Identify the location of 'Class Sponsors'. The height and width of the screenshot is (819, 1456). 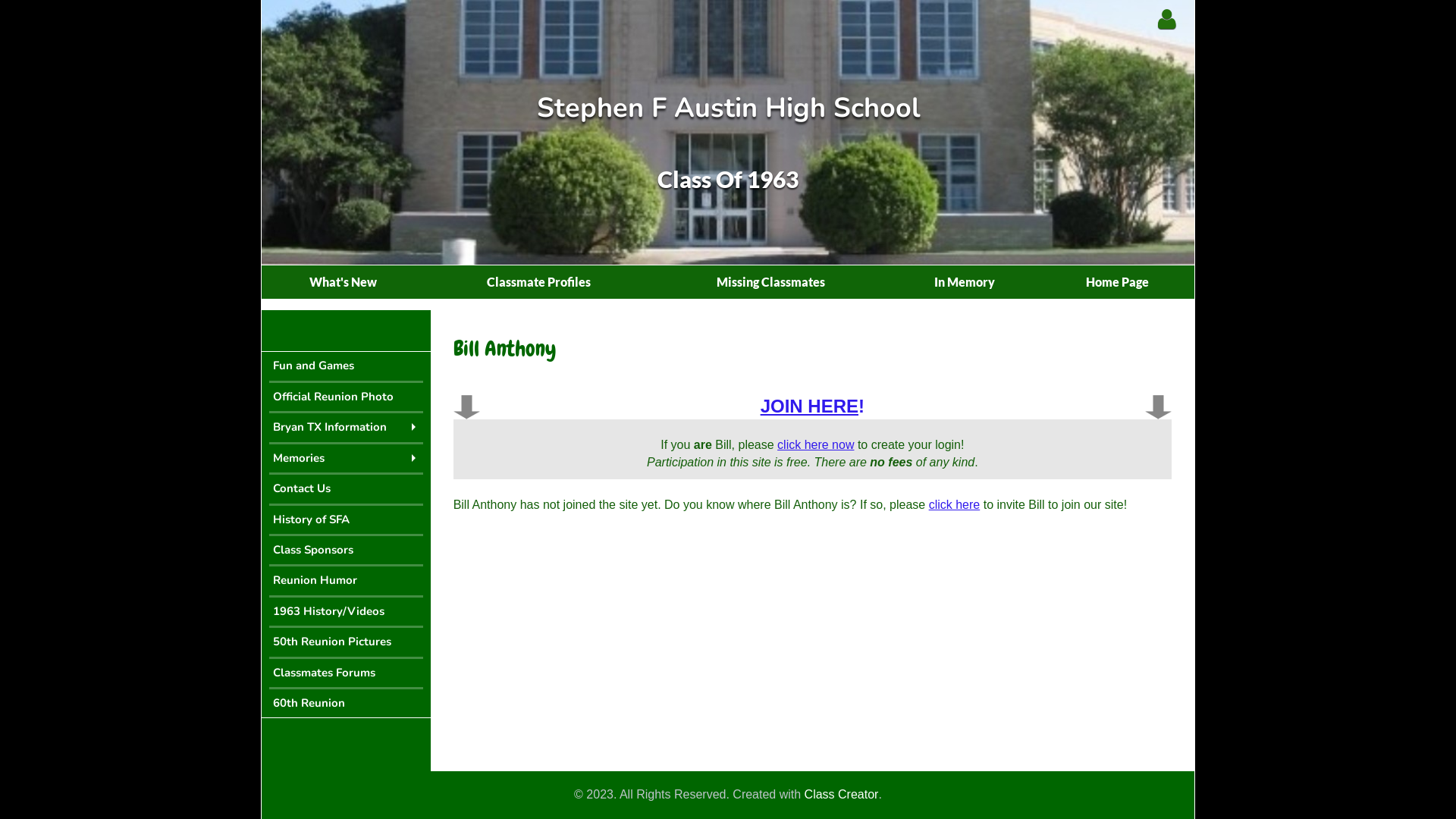
(345, 550).